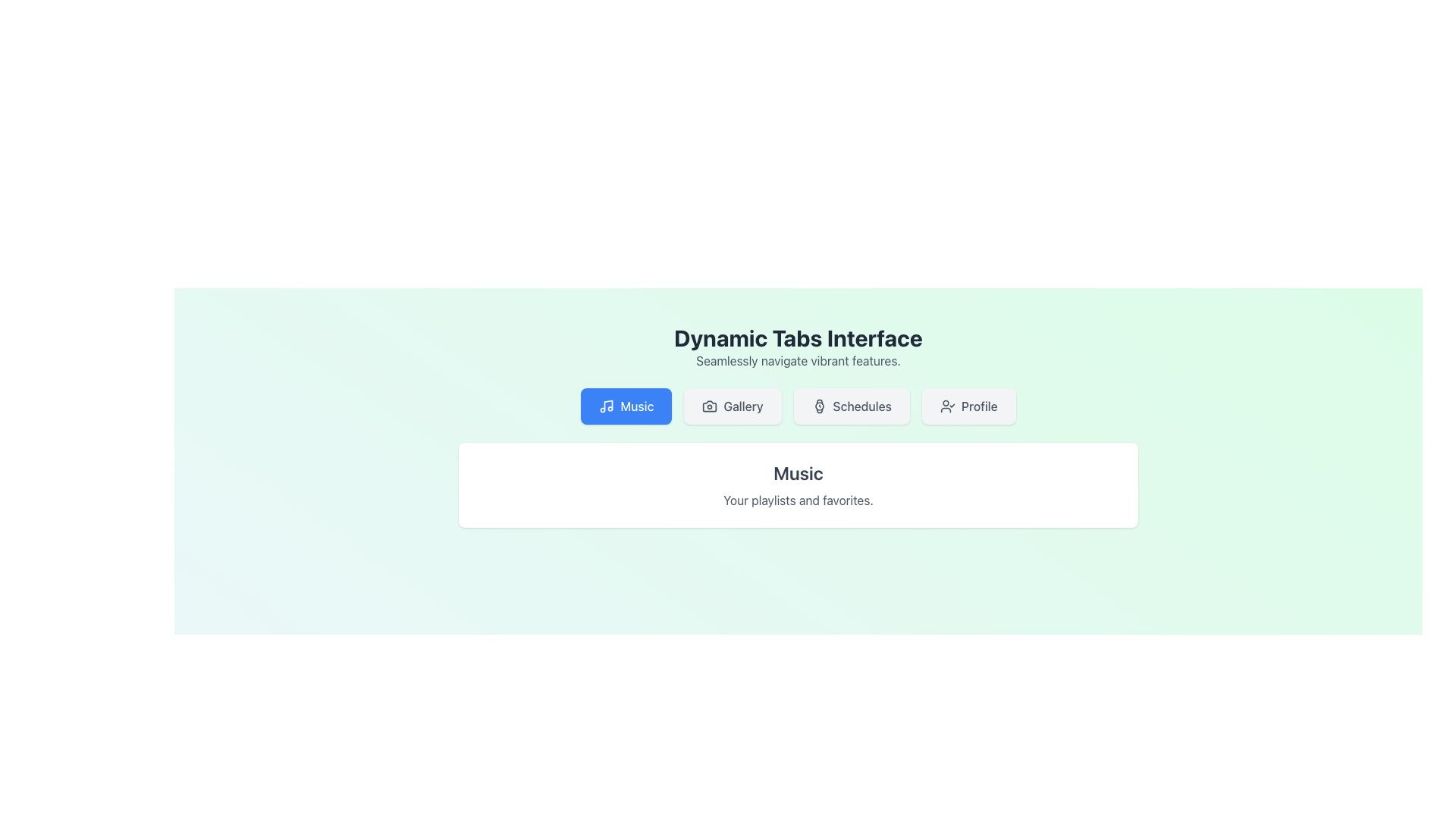 This screenshot has height=819, width=1456. I want to click on the 'Profile' button icon, which is the fourth button, so click(946, 406).